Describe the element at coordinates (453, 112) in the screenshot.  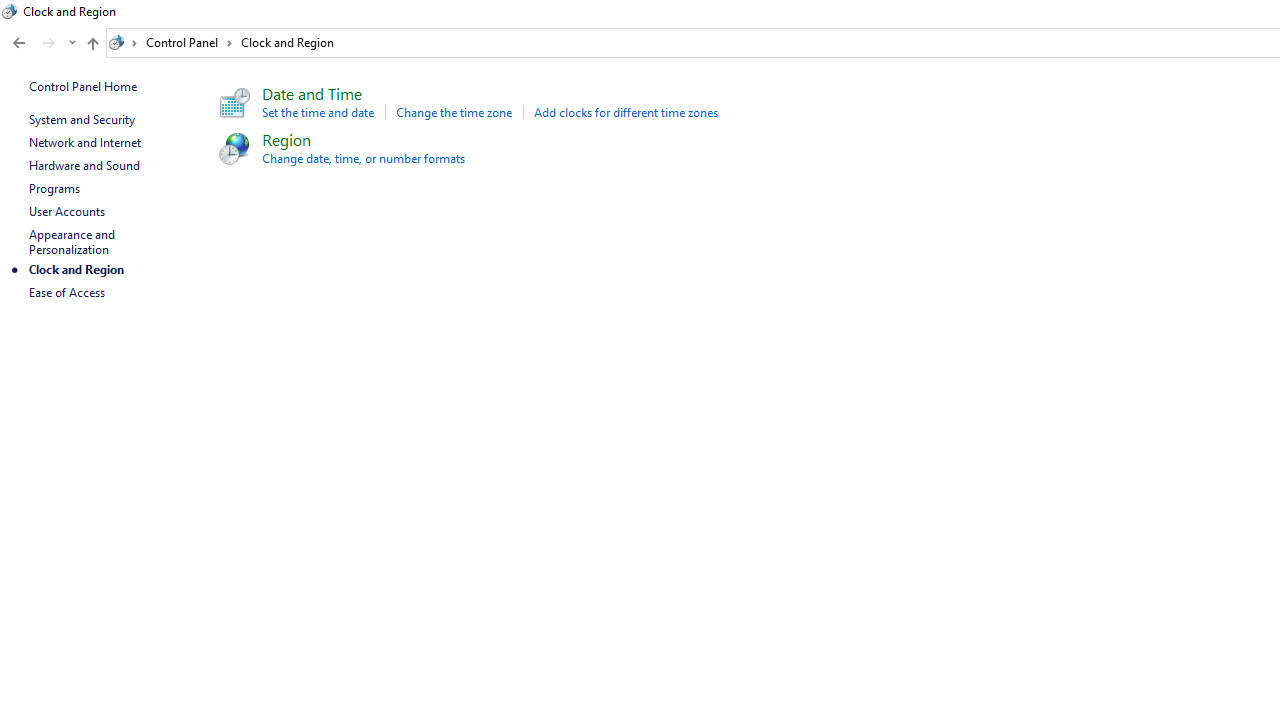
I see `'Change the time zone'` at that location.